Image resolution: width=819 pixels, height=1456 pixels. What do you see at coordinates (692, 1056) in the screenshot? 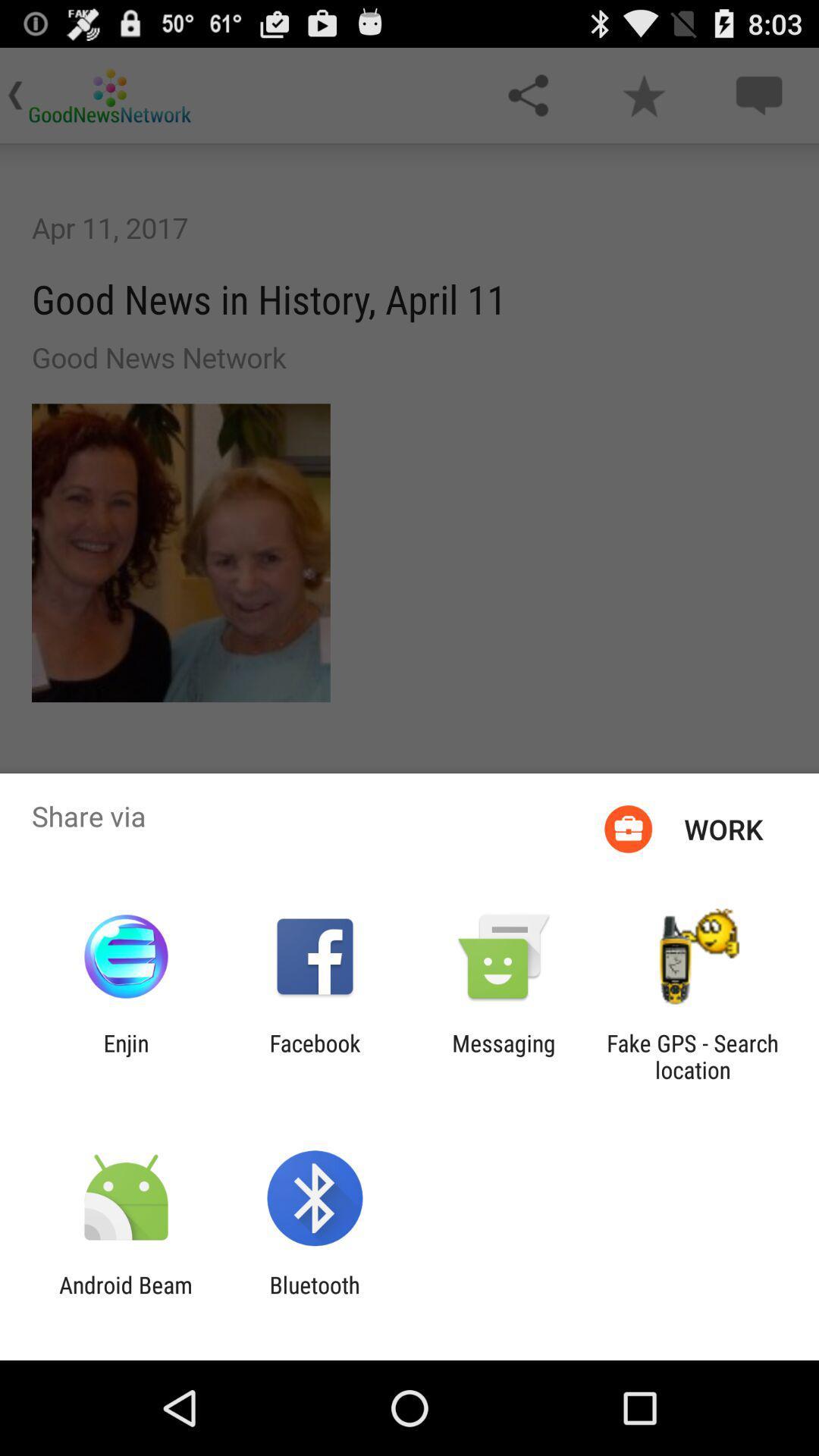
I see `the fake gps search item` at bounding box center [692, 1056].